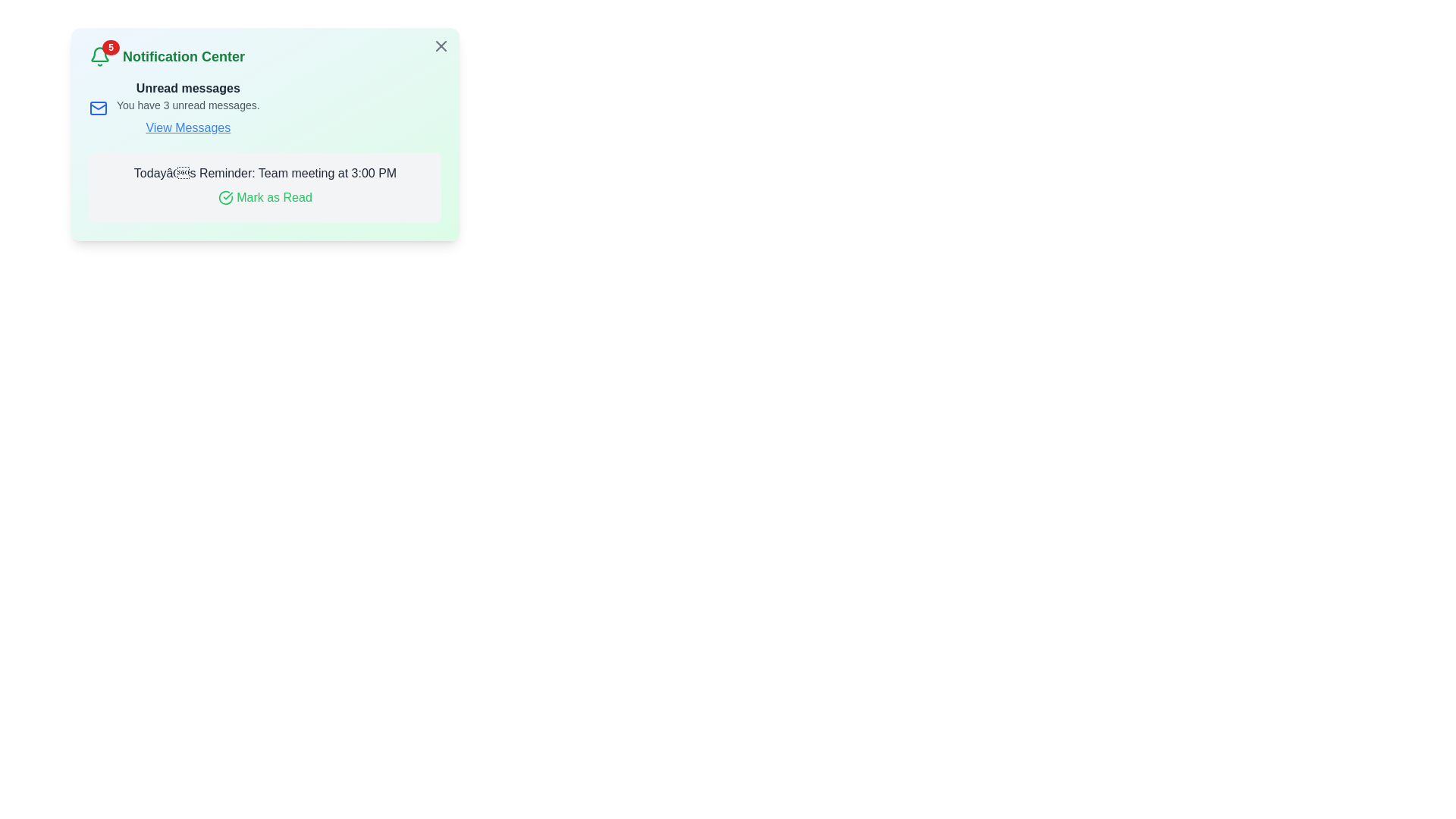  Describe the element at coordinates (265, 107) in the screenshot. I see `the 'View Messages' link within the 'Unread messages' notification block to read the content` at that location.